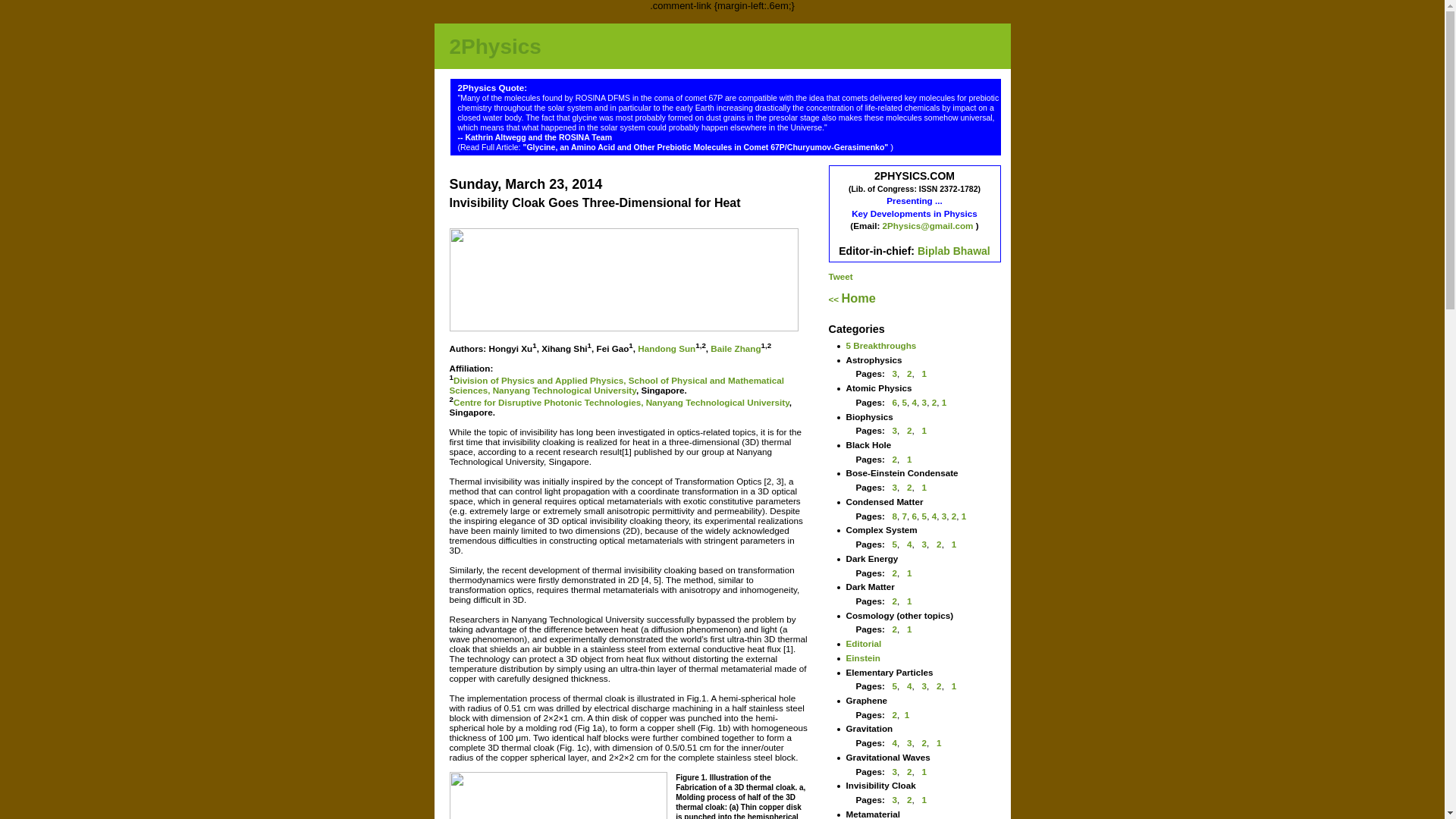 The image size is (1456, 819). What do you see at coordinates (909, 686) in the screenshot?
I see `'4'` at bounding box center [909, 686].